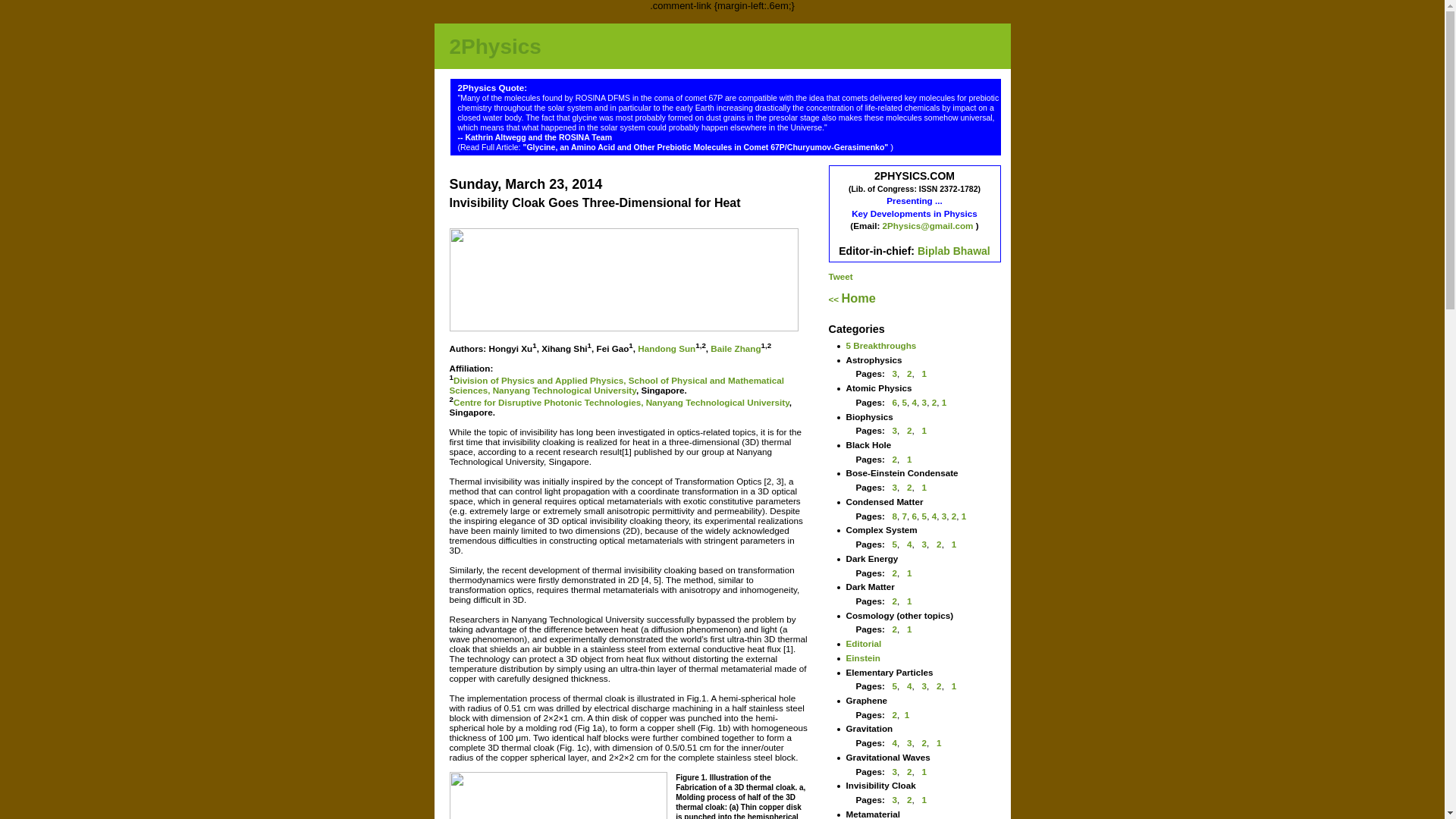 The image size is (1456, 819). What do you see at coordinates (909, 686) in the screenshot?
I see `'4'` at bounding box center [909, 686].